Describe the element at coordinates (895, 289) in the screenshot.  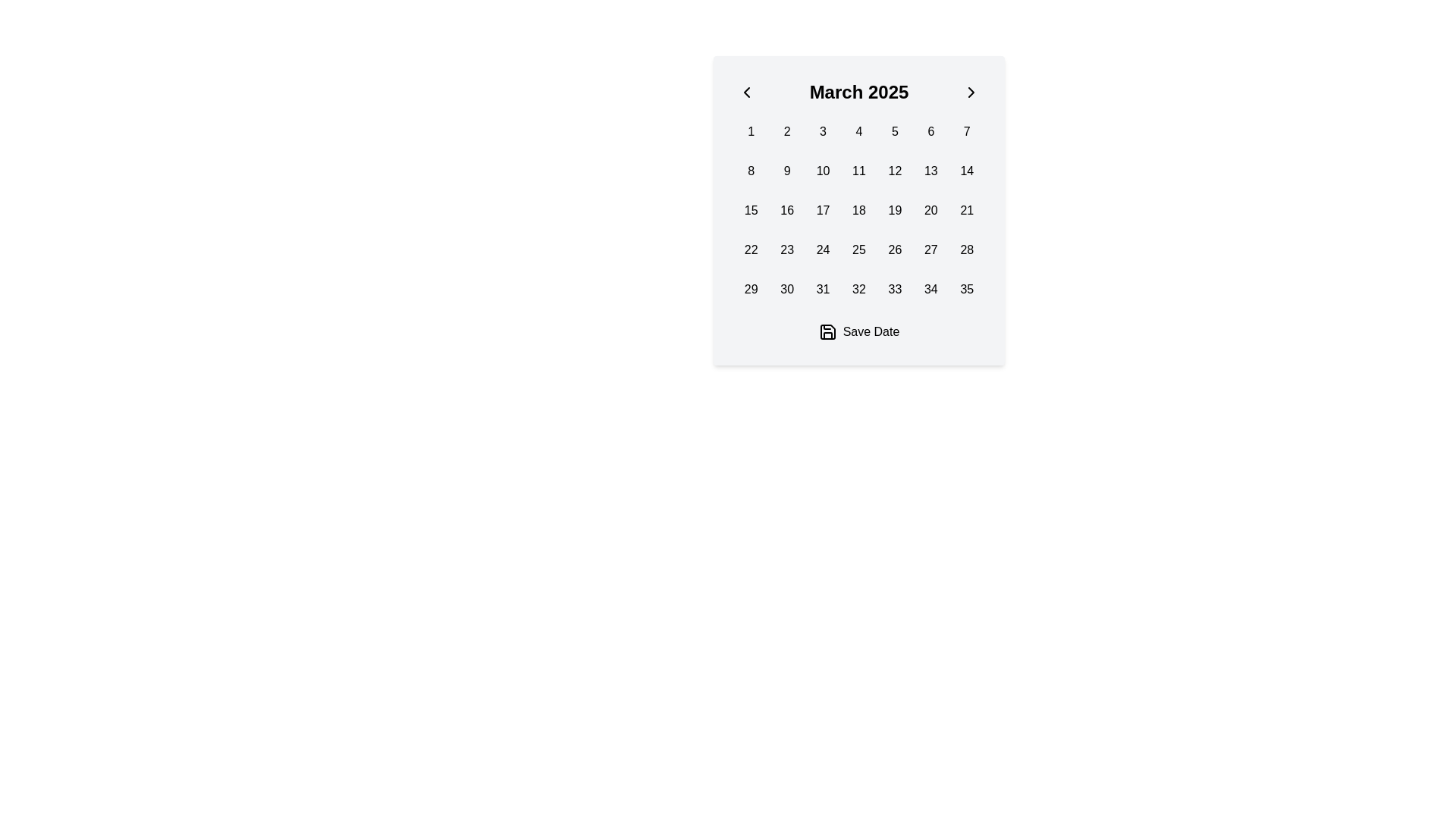
I see `the rectangular button with rounded borders that contains the text '33'` at that location.